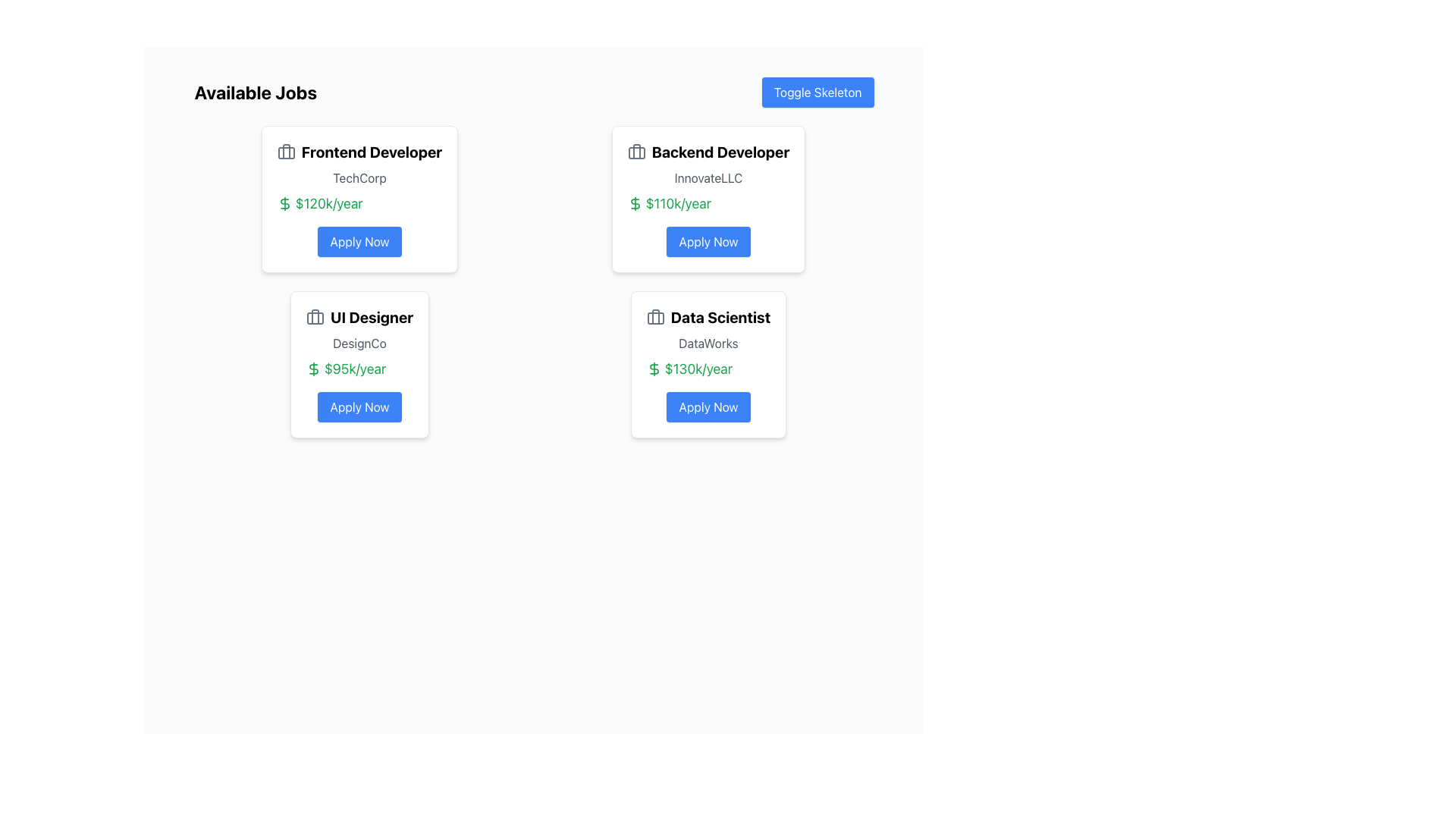 This screenshot has height=819, width=1456. What do you see at coordinates (284, 203) in the screenshot?
I see `the dollar icon representing salary potential in the 'Frontend Developer' job card located at the upper left corner next to the salary text ('$120k/year')` at bounding box center [284, 203].